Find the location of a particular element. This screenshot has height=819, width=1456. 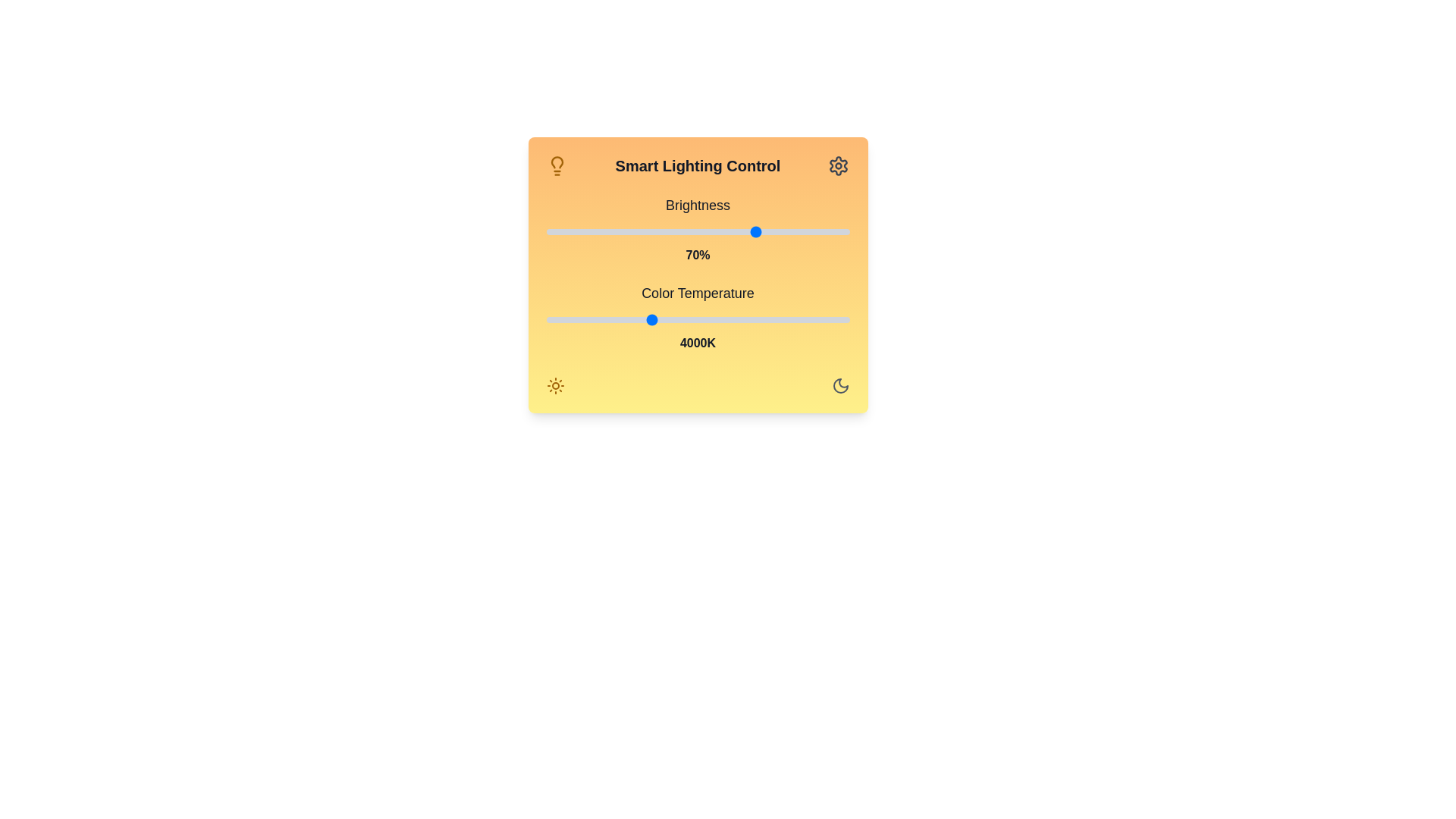

the color temperature slider to set the color temperature to 4139 Kelvin is located at coordinates (661, 318).